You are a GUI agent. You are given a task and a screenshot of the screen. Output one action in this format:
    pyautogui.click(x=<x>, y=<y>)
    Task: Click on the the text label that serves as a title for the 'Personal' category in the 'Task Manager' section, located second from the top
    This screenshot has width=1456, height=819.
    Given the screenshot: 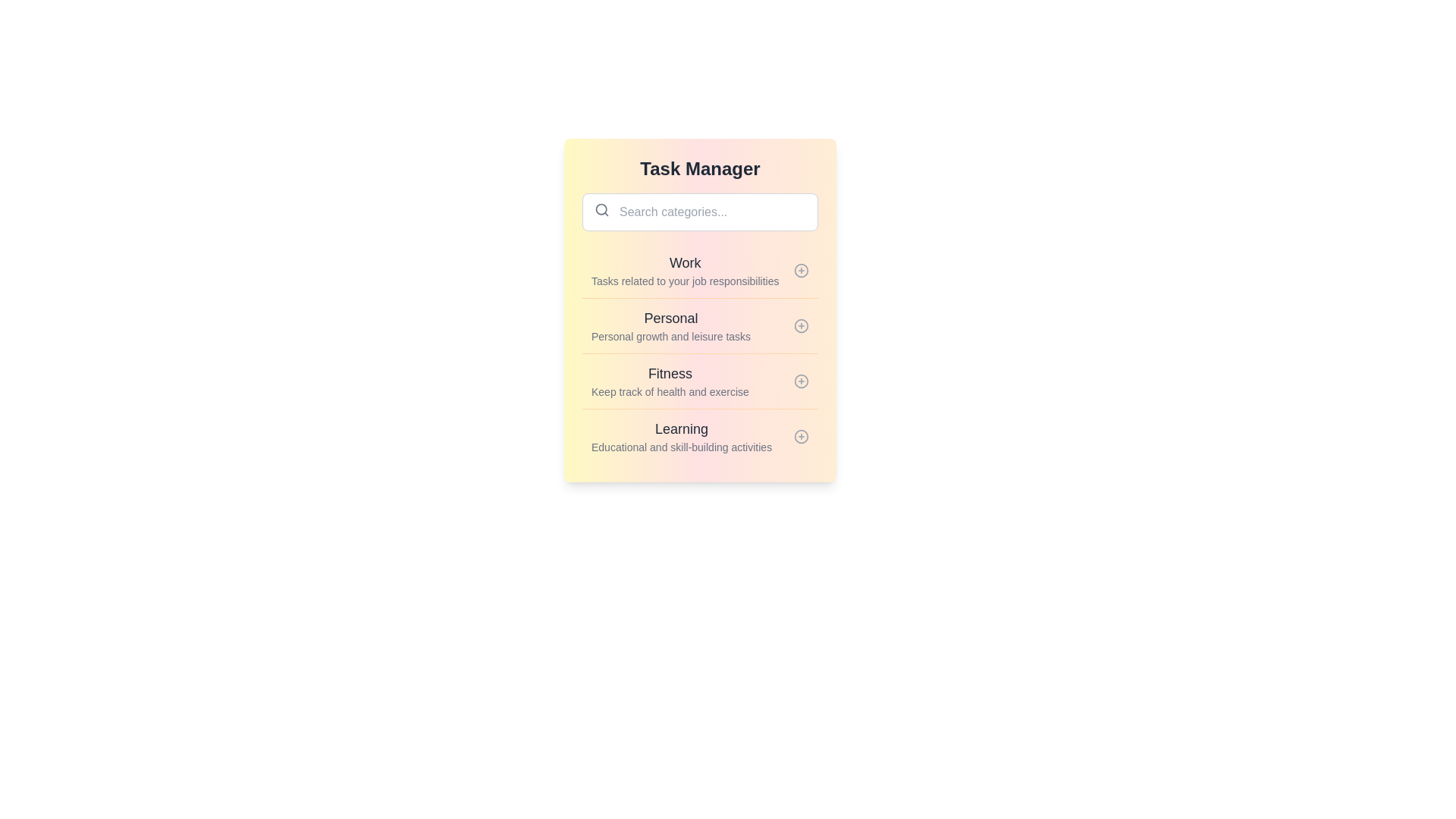 What is the action you would take?
    pyautogui.click(x=670, y=318)
    